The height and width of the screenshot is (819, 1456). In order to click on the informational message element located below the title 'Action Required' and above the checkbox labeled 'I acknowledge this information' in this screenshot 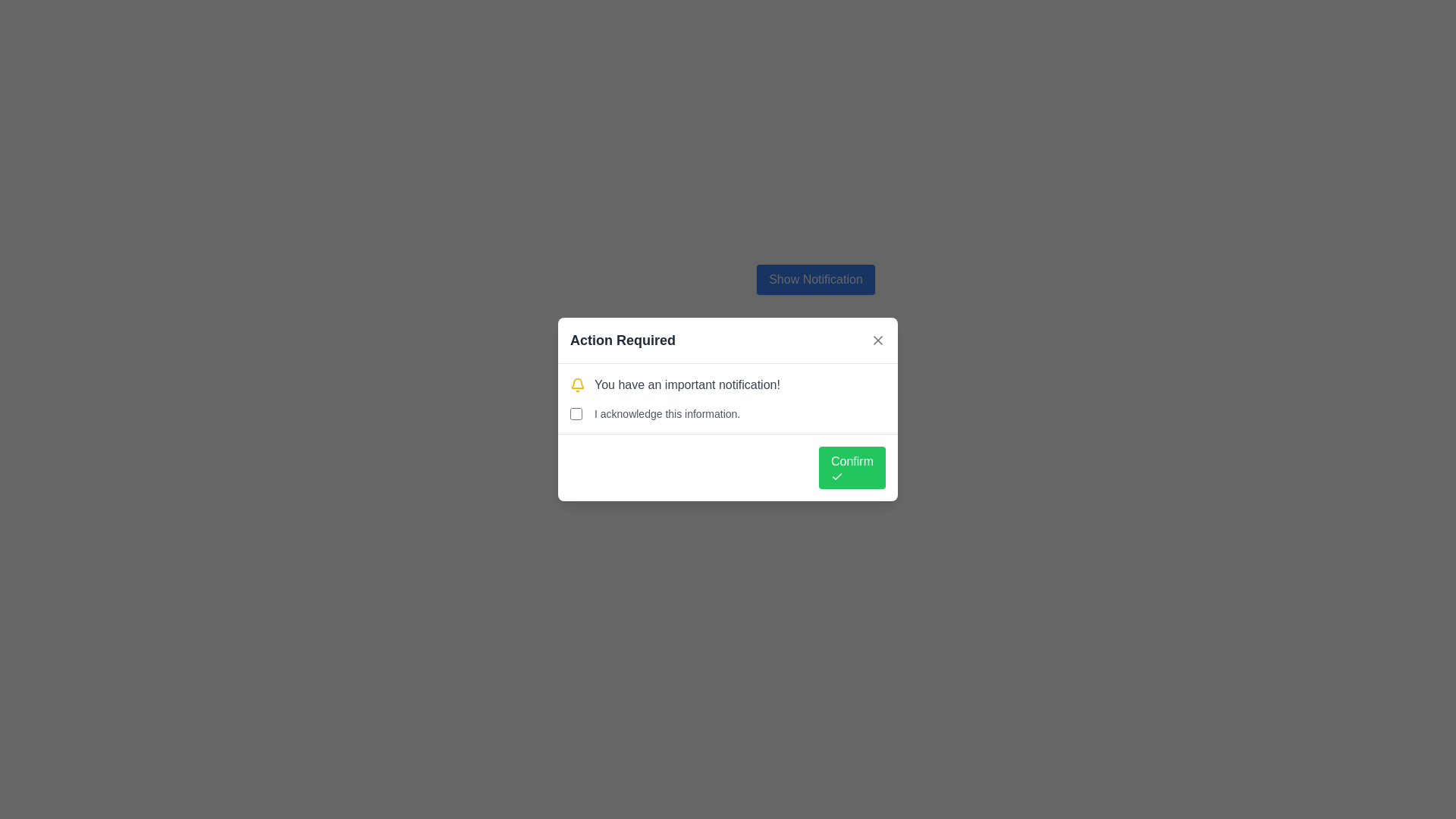, I will do `click(728, 384)`.